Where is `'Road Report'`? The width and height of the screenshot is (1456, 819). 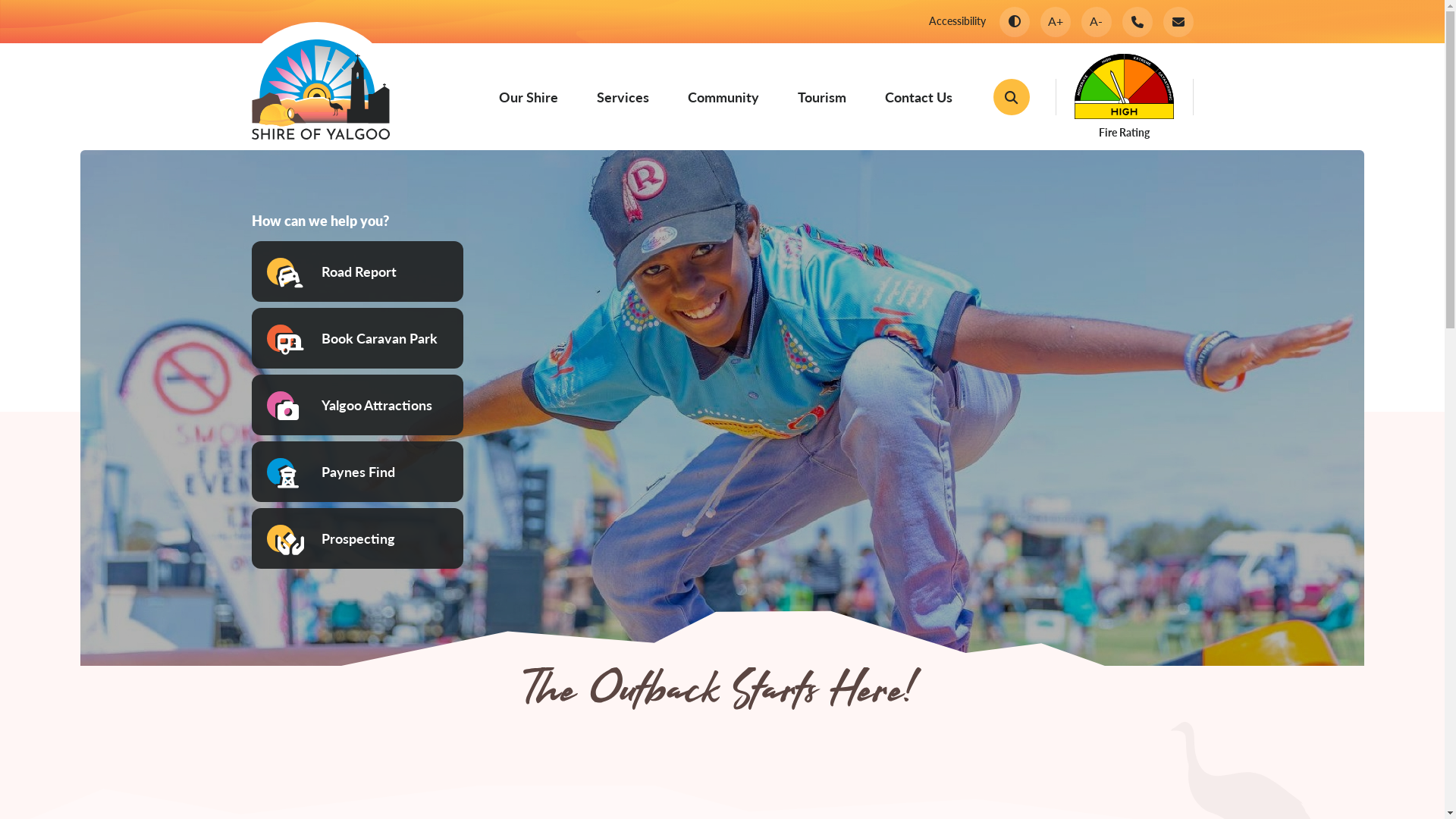
'Road Report' is located at coordinates (356, 271).